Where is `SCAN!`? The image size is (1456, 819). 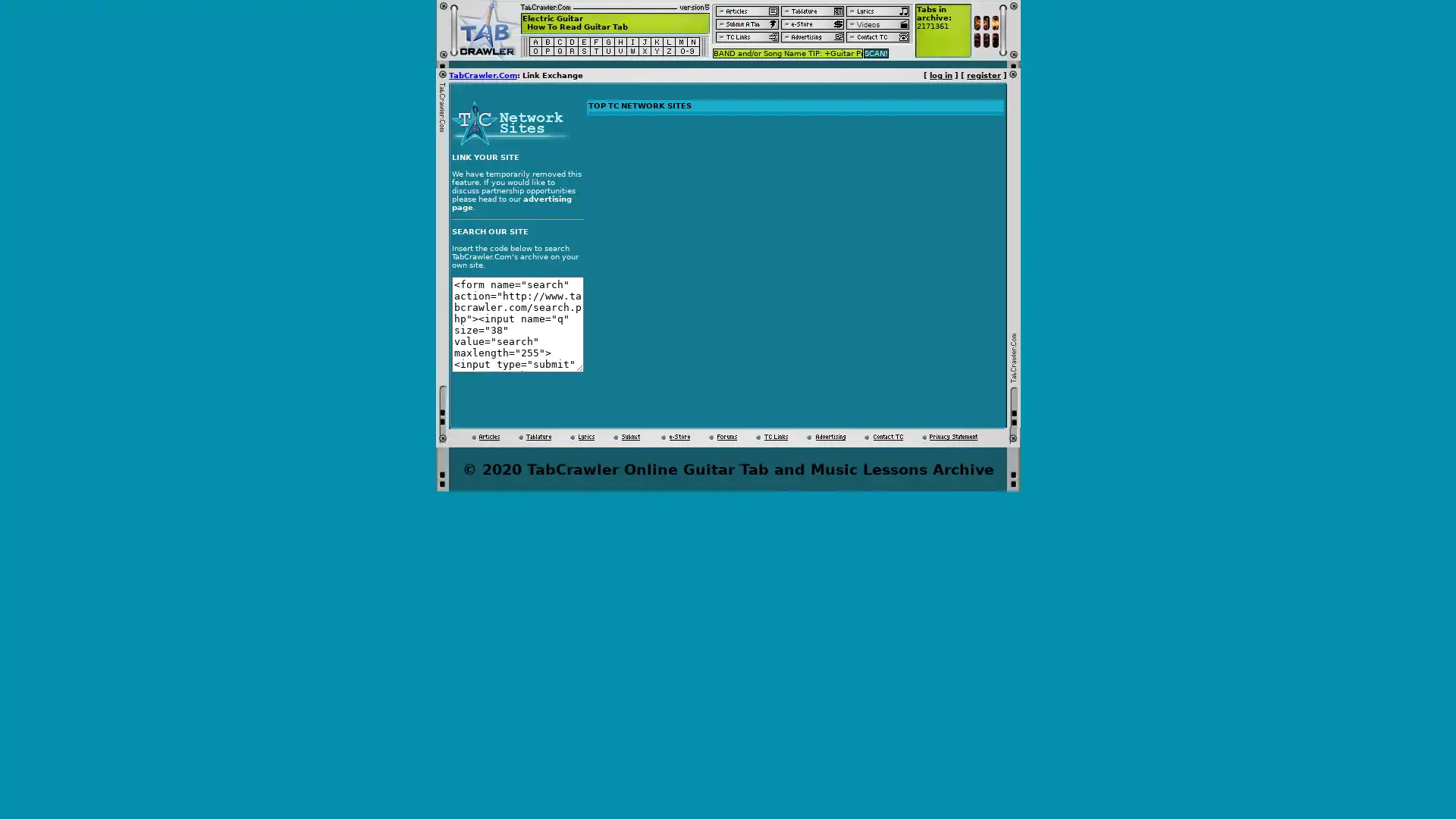
SCAN! is located at coordinates (875, 52).